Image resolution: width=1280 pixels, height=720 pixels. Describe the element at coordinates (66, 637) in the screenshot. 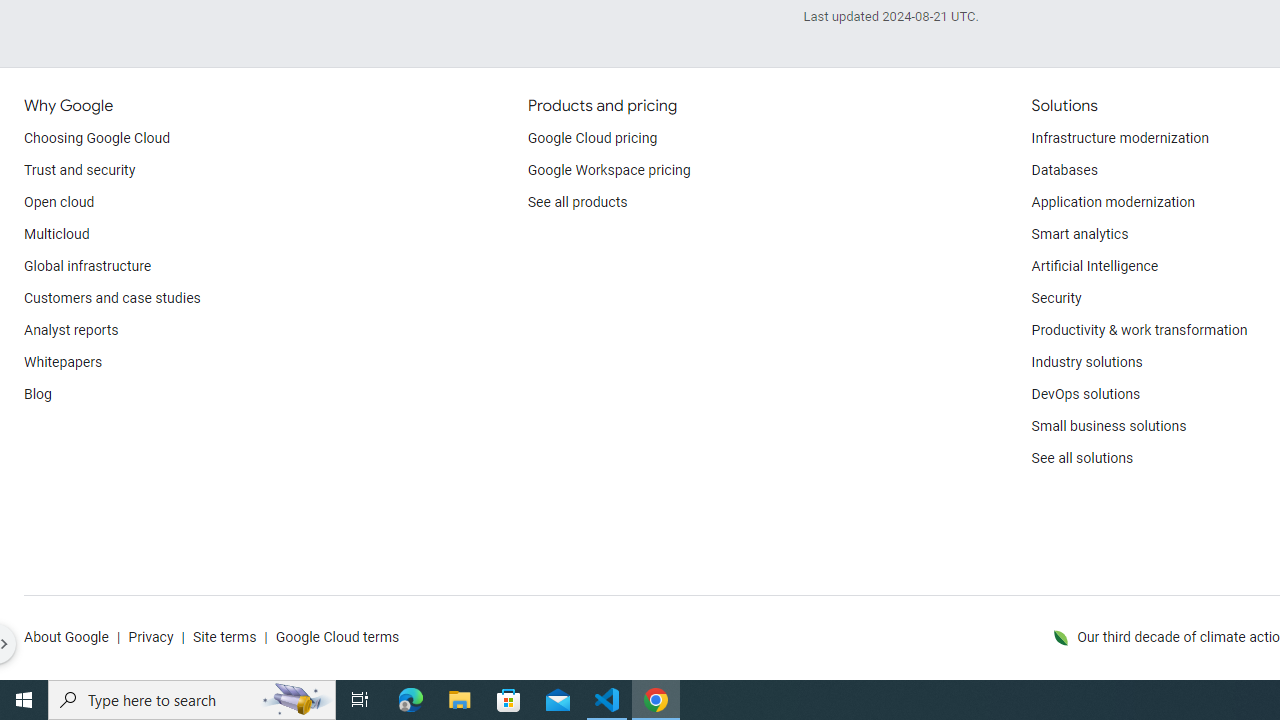

I see `'About Google'` at that location.